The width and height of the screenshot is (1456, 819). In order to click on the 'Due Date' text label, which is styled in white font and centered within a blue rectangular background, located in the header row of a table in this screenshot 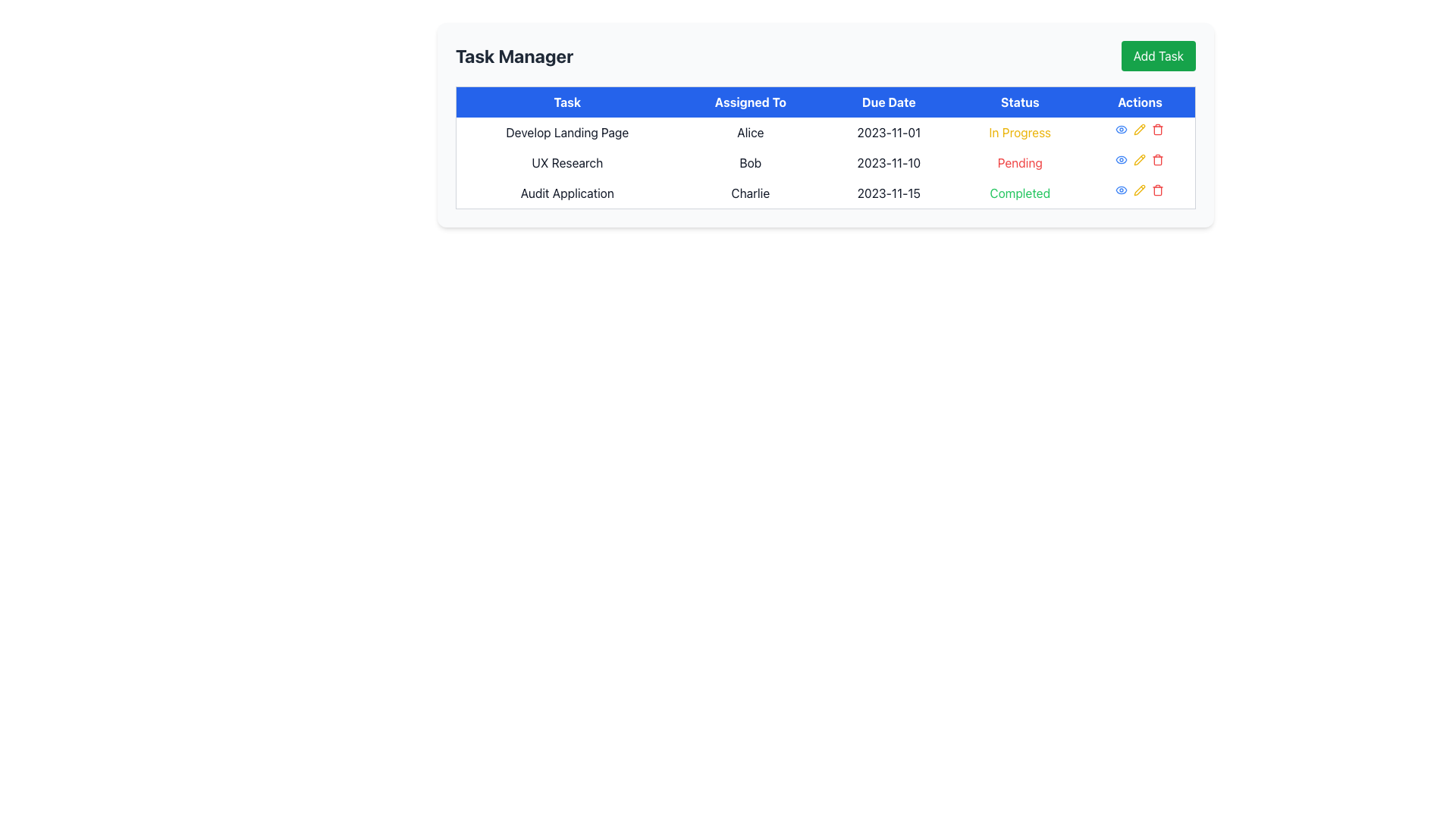, I will do `click(889, 102)`.